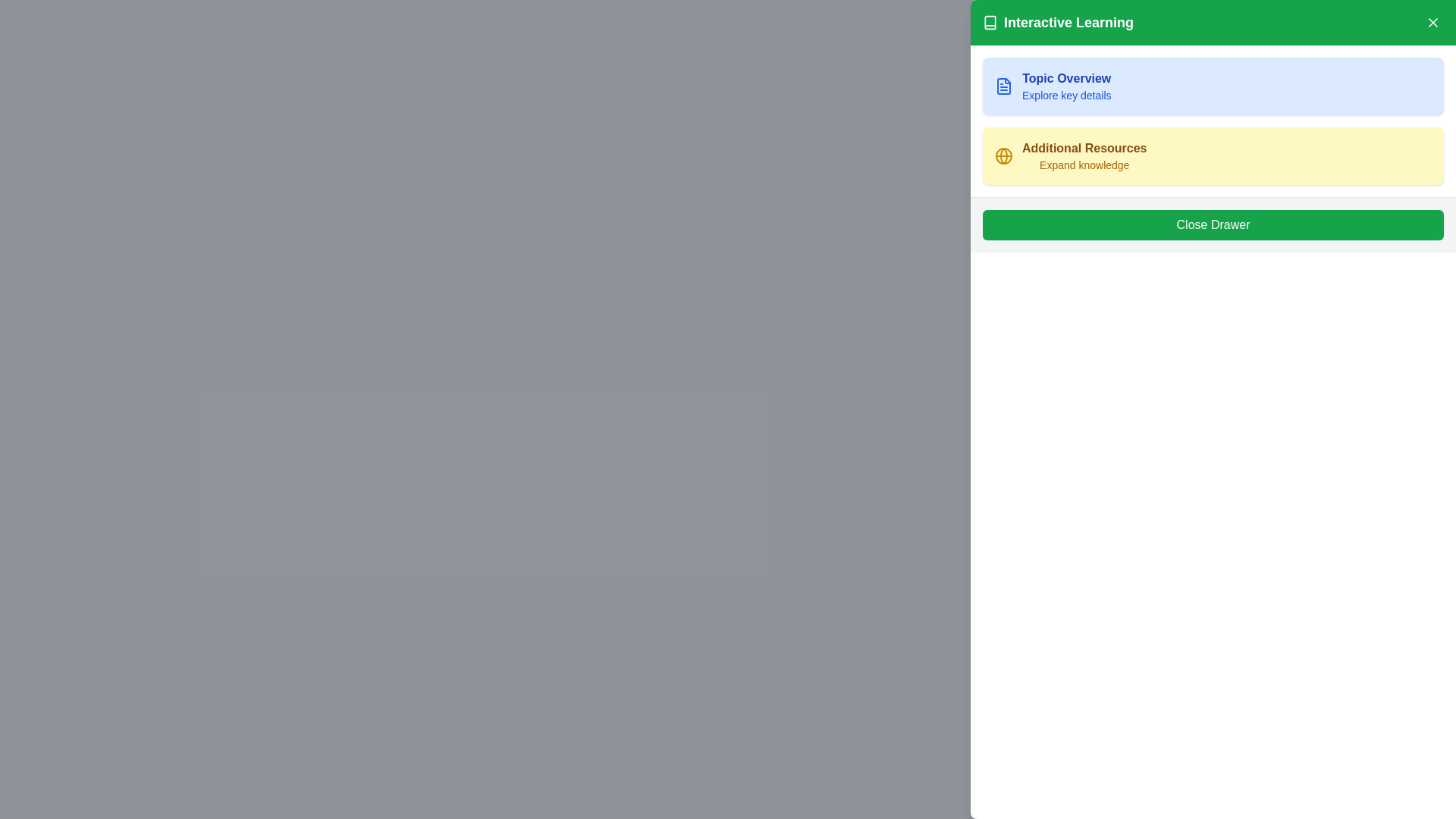  I want to click on the green 'Close Drawer' button located at the bottom section of the drawer-like panel on the right side of the interface, so click(1212, 225).